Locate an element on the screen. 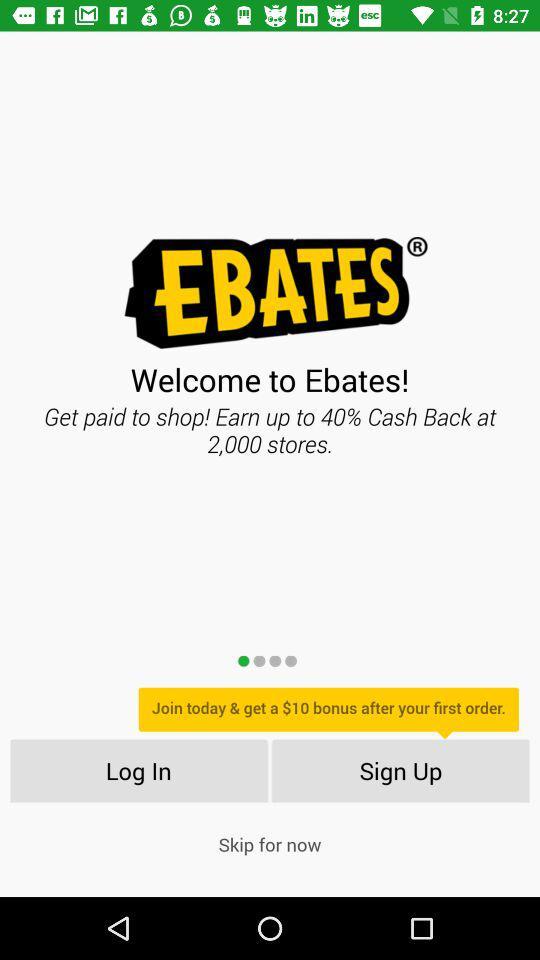 The image size is (540, 960). the item above skip for now icon is located at coordinates (401, 769).